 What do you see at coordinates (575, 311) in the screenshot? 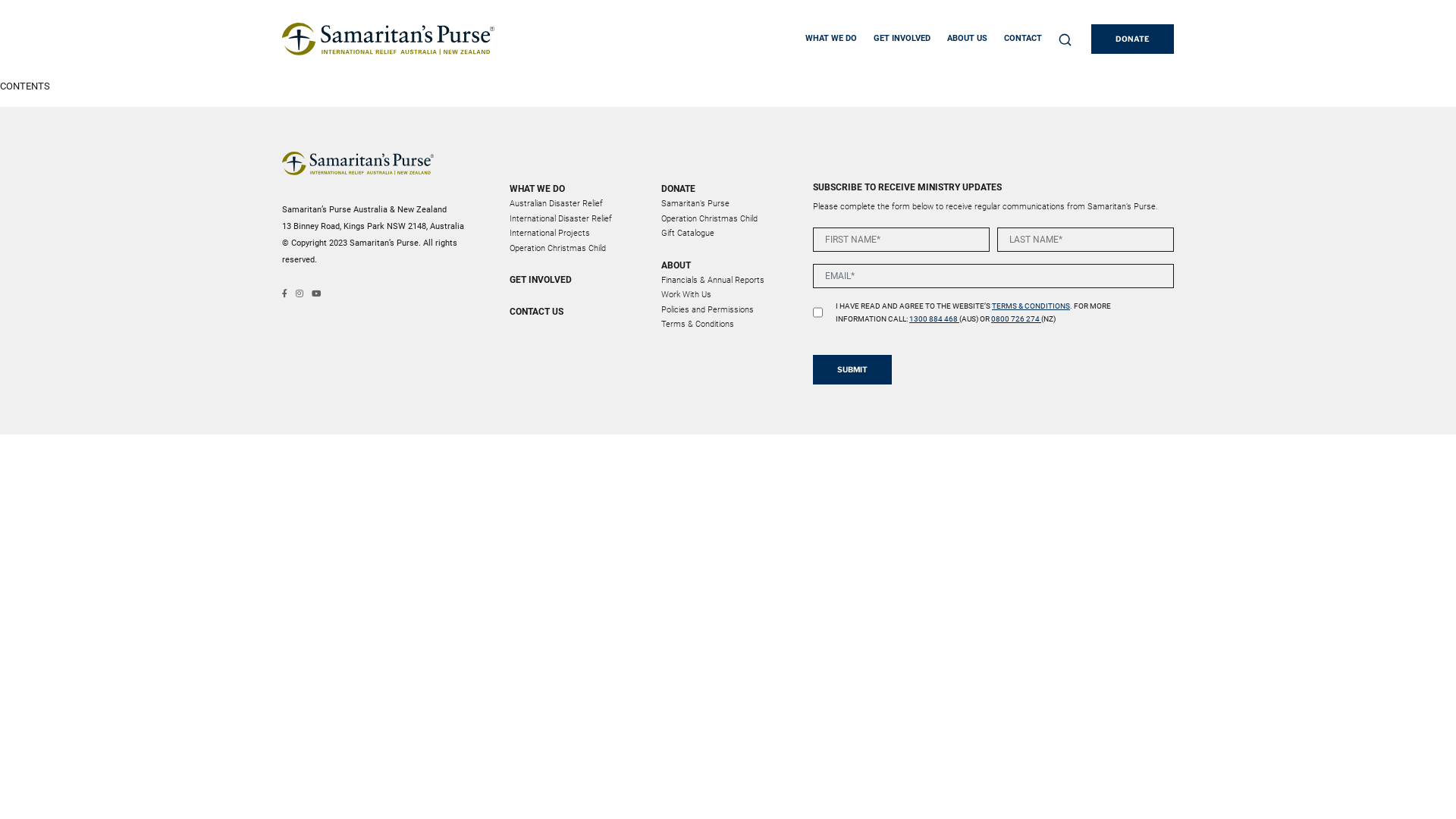
I see `'CONTACT US'` at bounding box center [575, 311].